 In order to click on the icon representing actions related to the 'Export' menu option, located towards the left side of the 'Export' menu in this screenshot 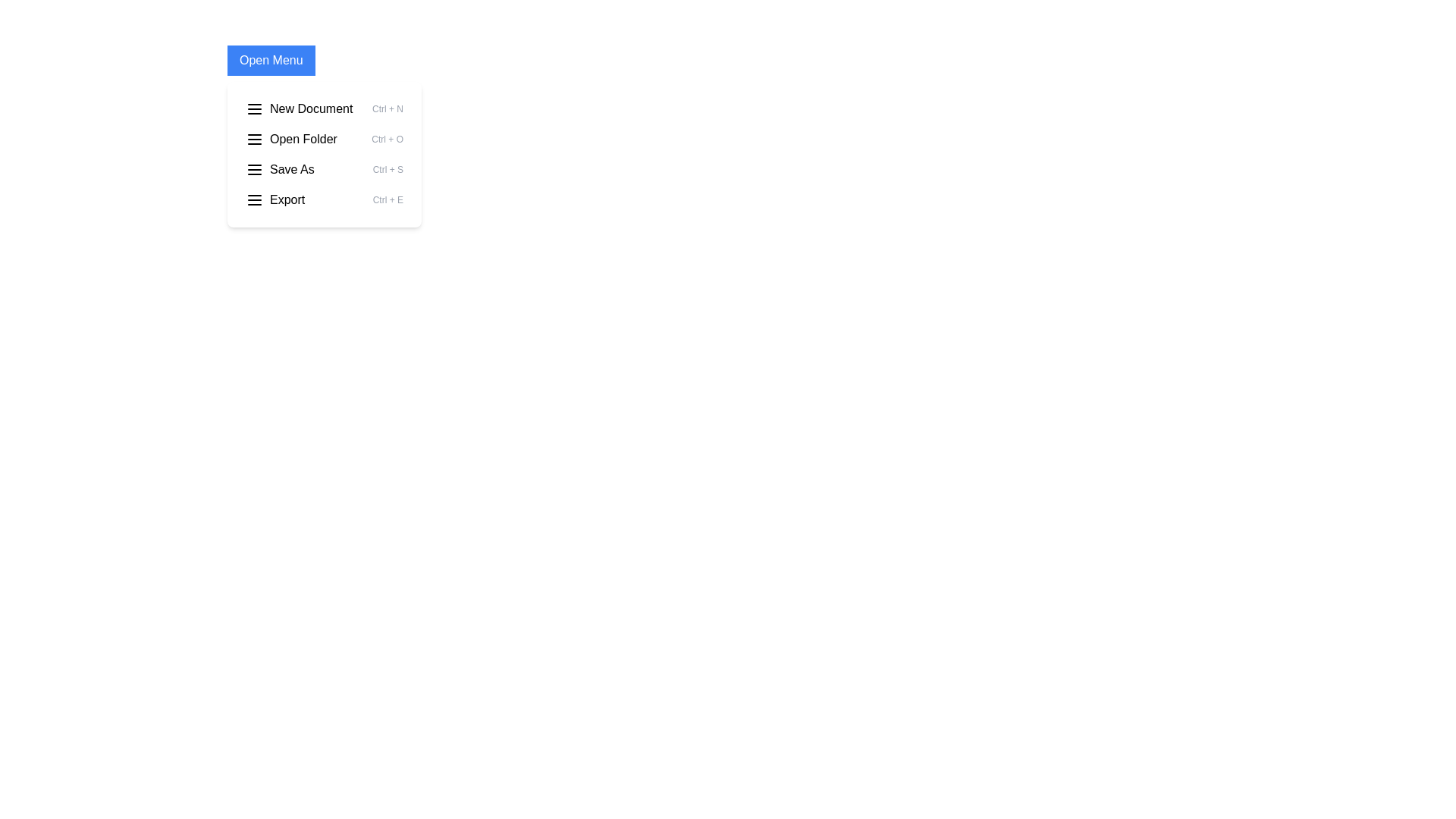, I will do `click(255, 199)`.